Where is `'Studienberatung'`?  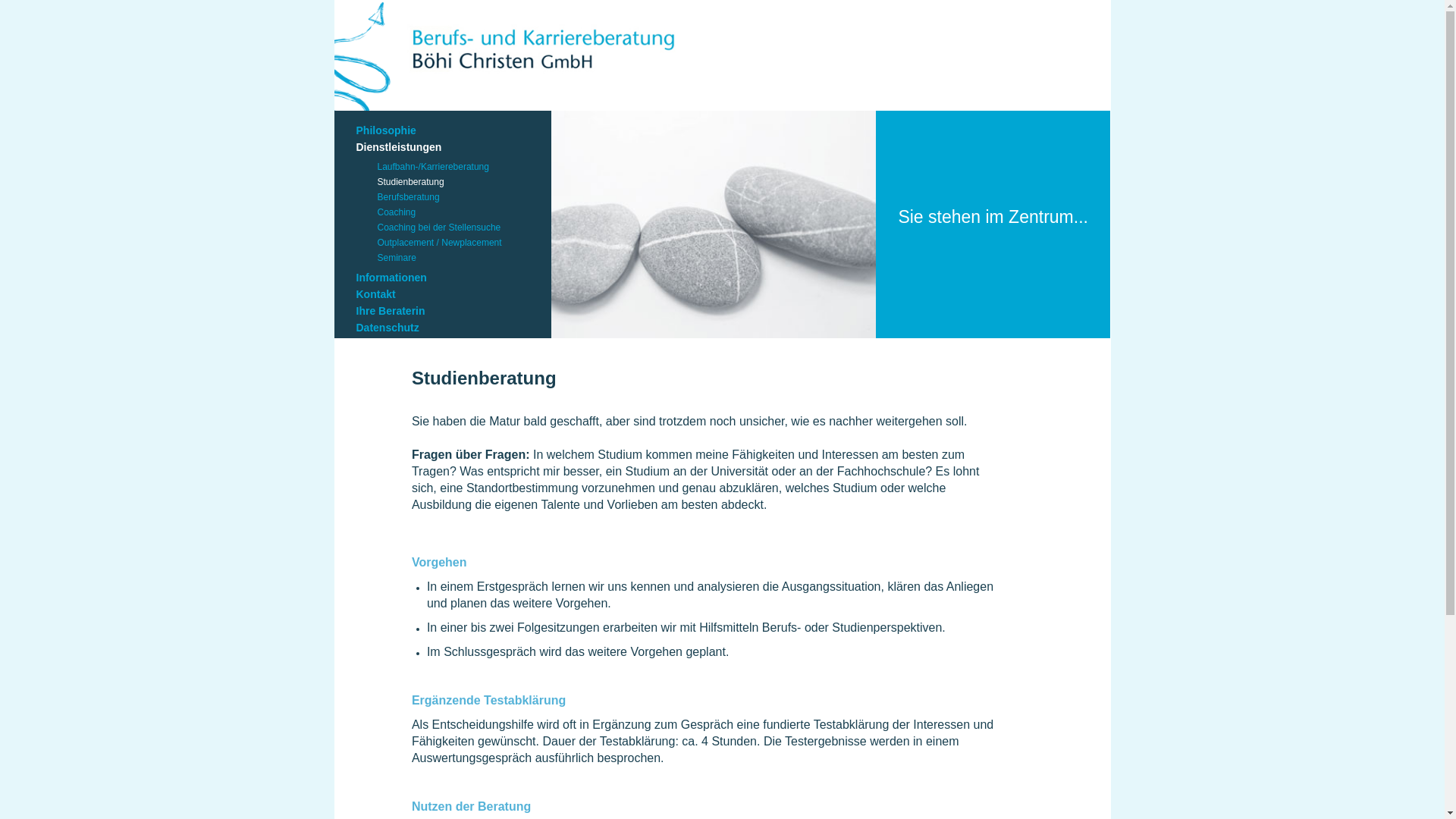 'Studienberatung' is located at coordinates (372, 180).